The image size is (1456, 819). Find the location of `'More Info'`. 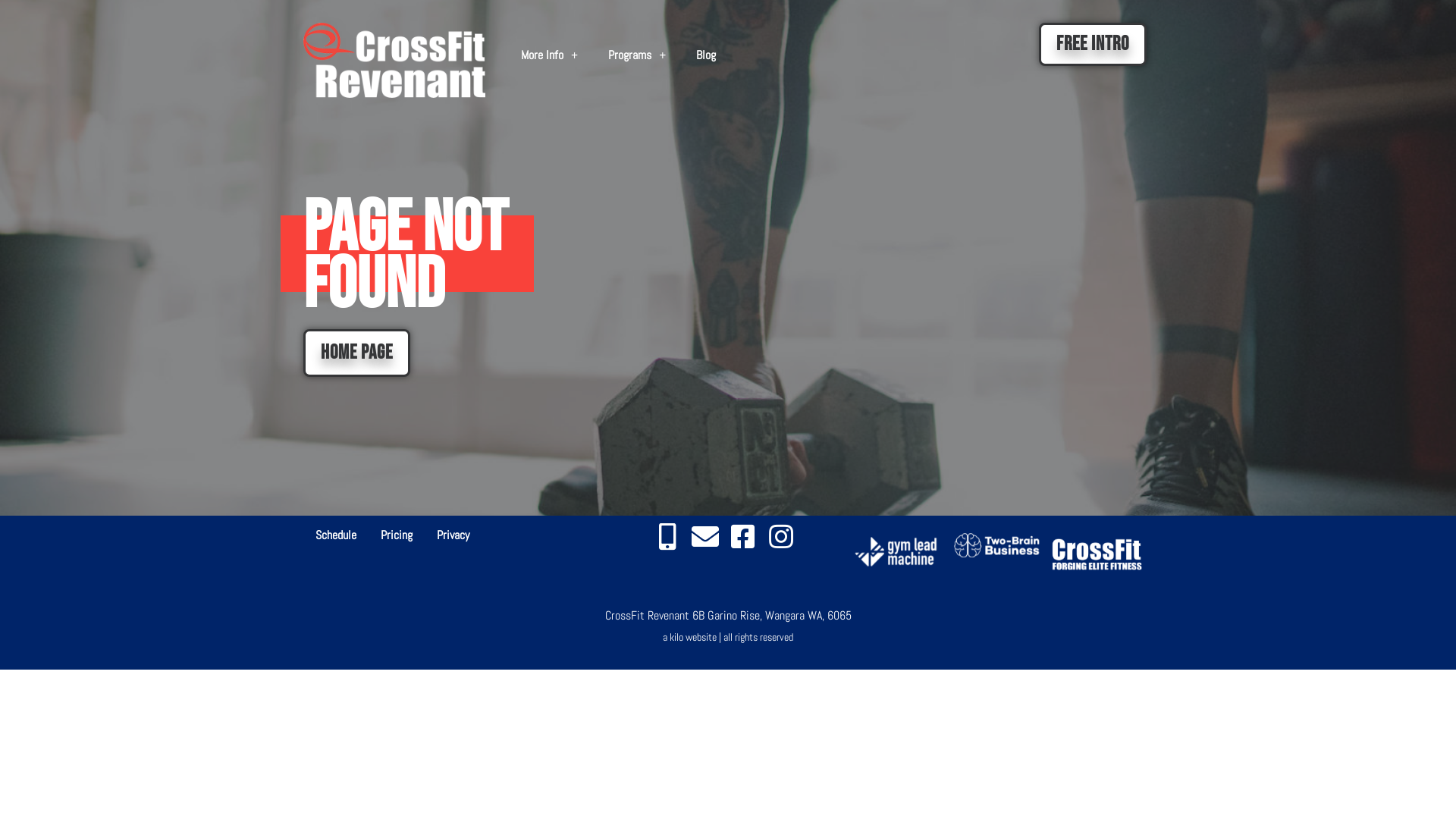

'More Info' is located at coordinates (506, 55).